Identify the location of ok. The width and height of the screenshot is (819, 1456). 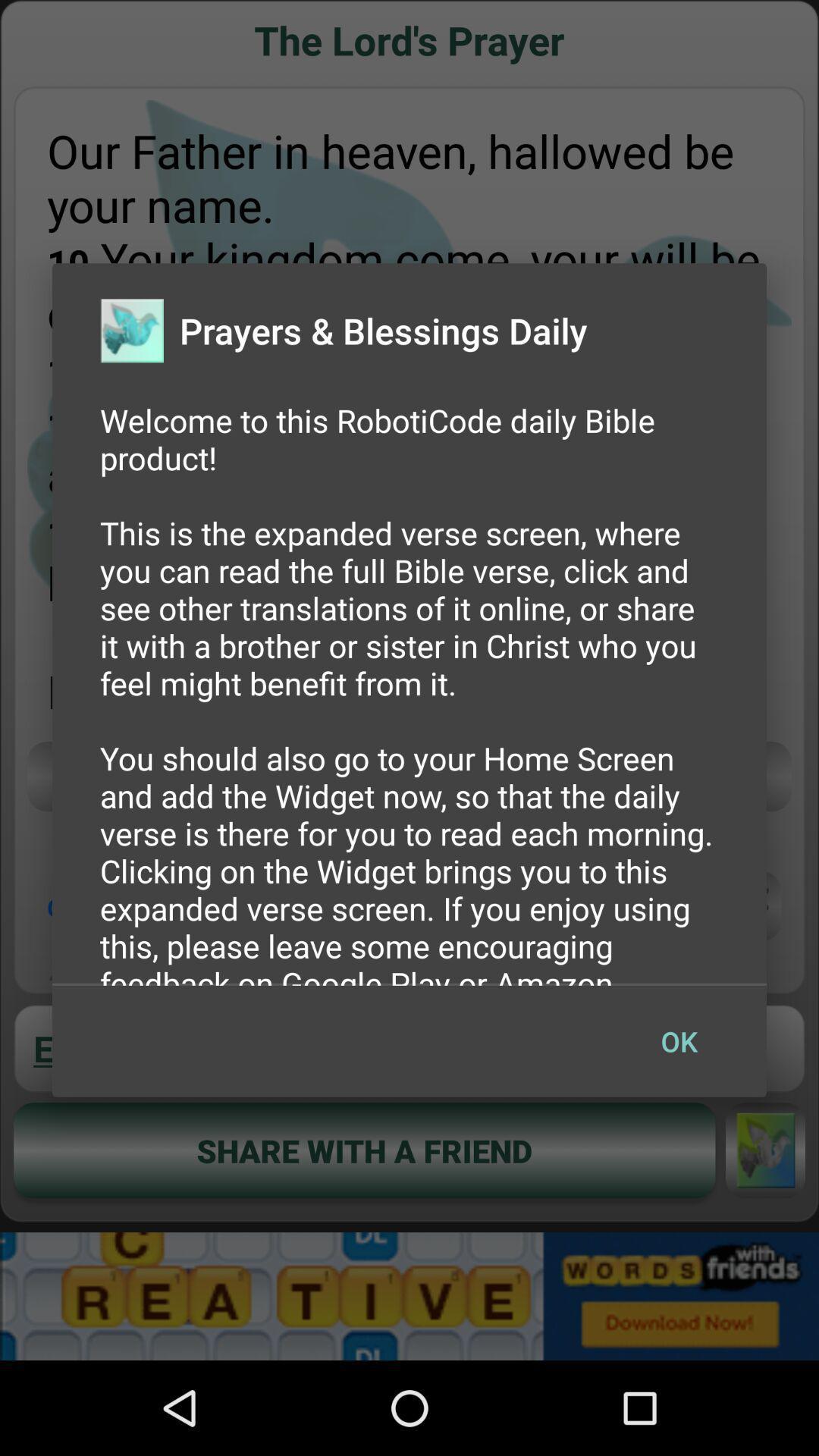
(678, 1040).